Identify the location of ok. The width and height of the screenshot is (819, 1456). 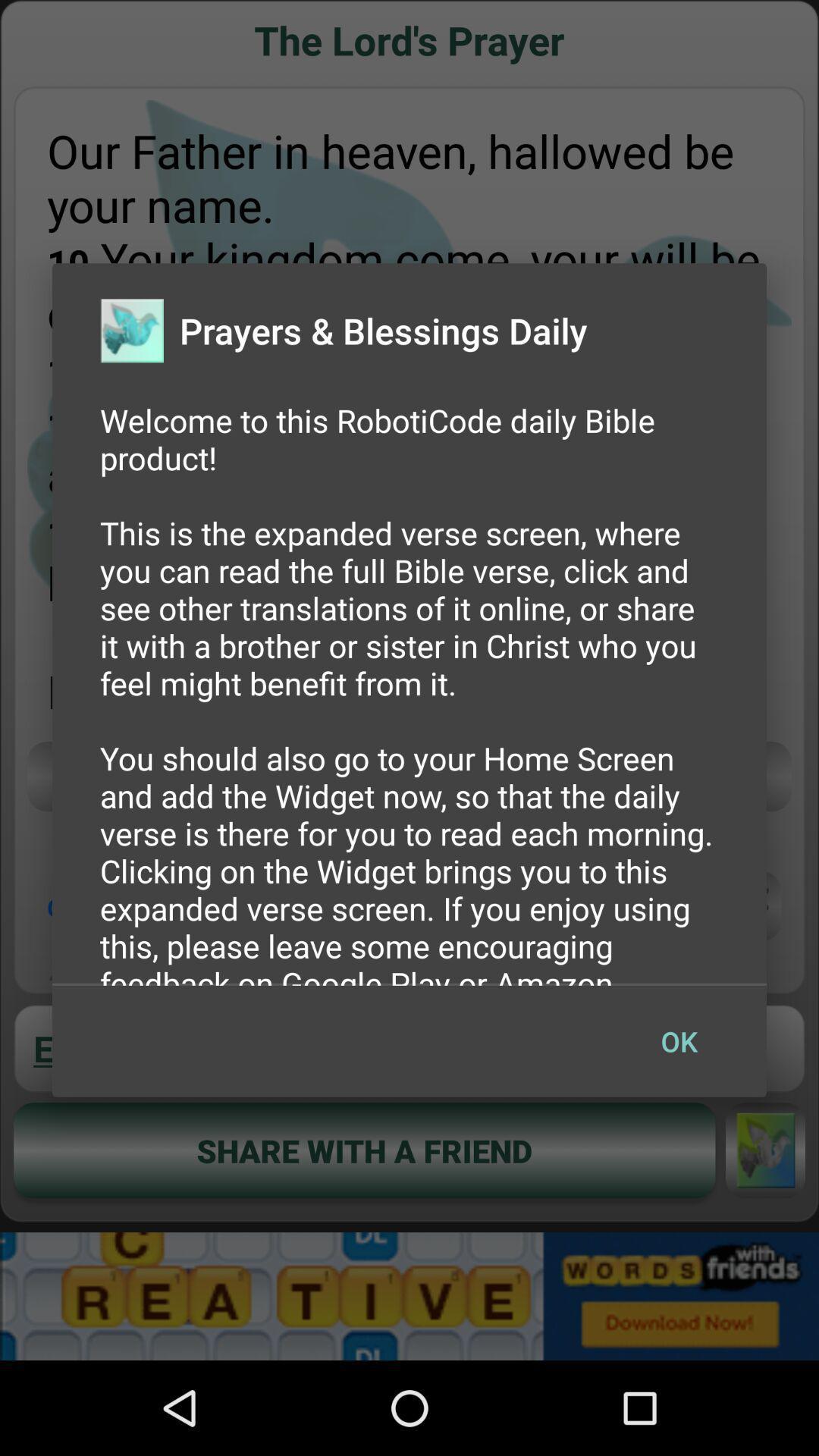
(678, 1040).